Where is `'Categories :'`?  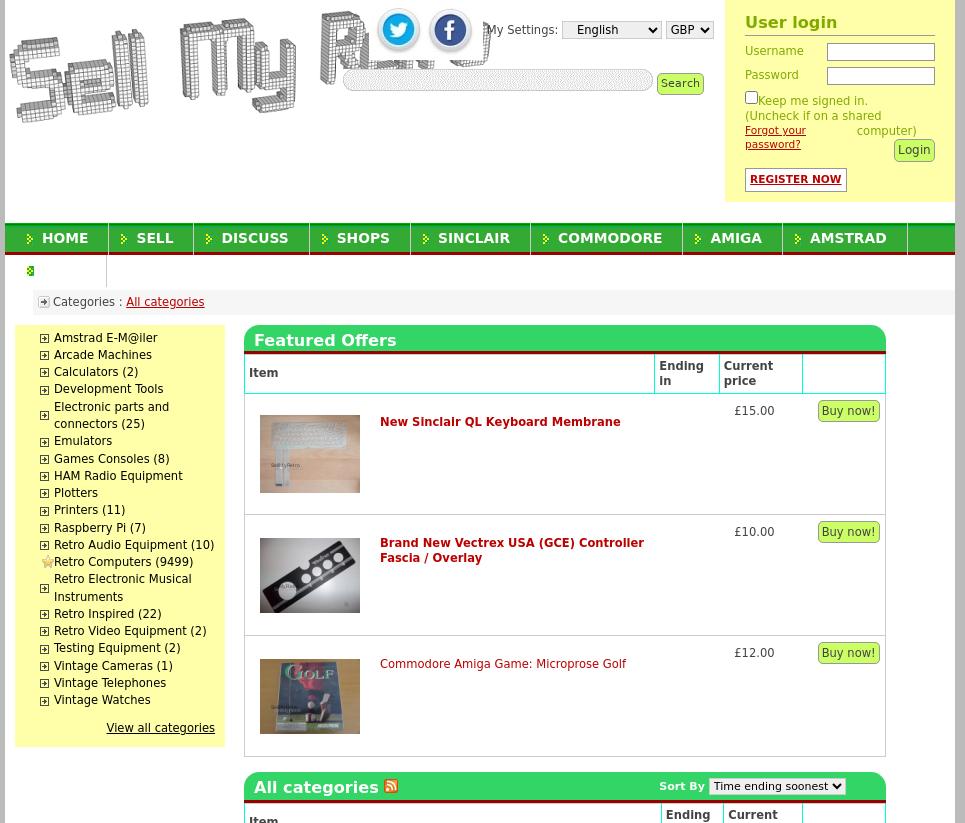 'Categories :' is located at coordinates (88, 299).